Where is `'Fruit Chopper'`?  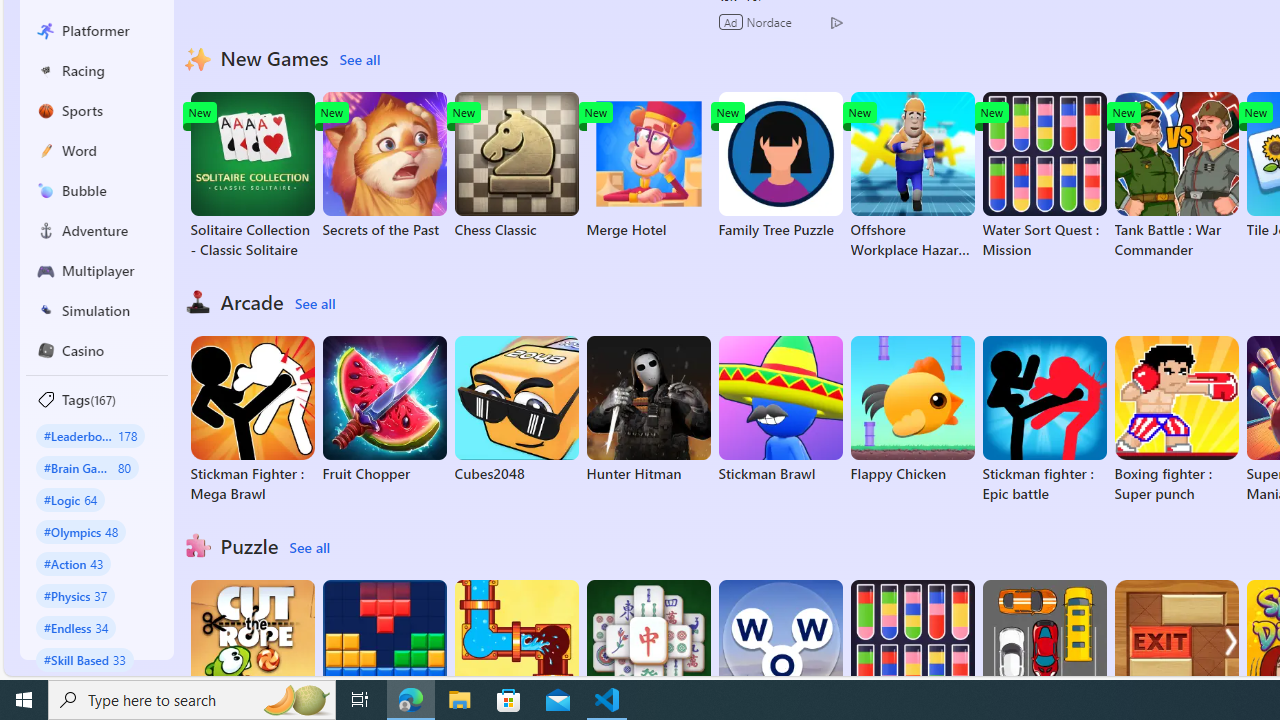
'Fruit Chopper' is located at coordinates (384, 409).